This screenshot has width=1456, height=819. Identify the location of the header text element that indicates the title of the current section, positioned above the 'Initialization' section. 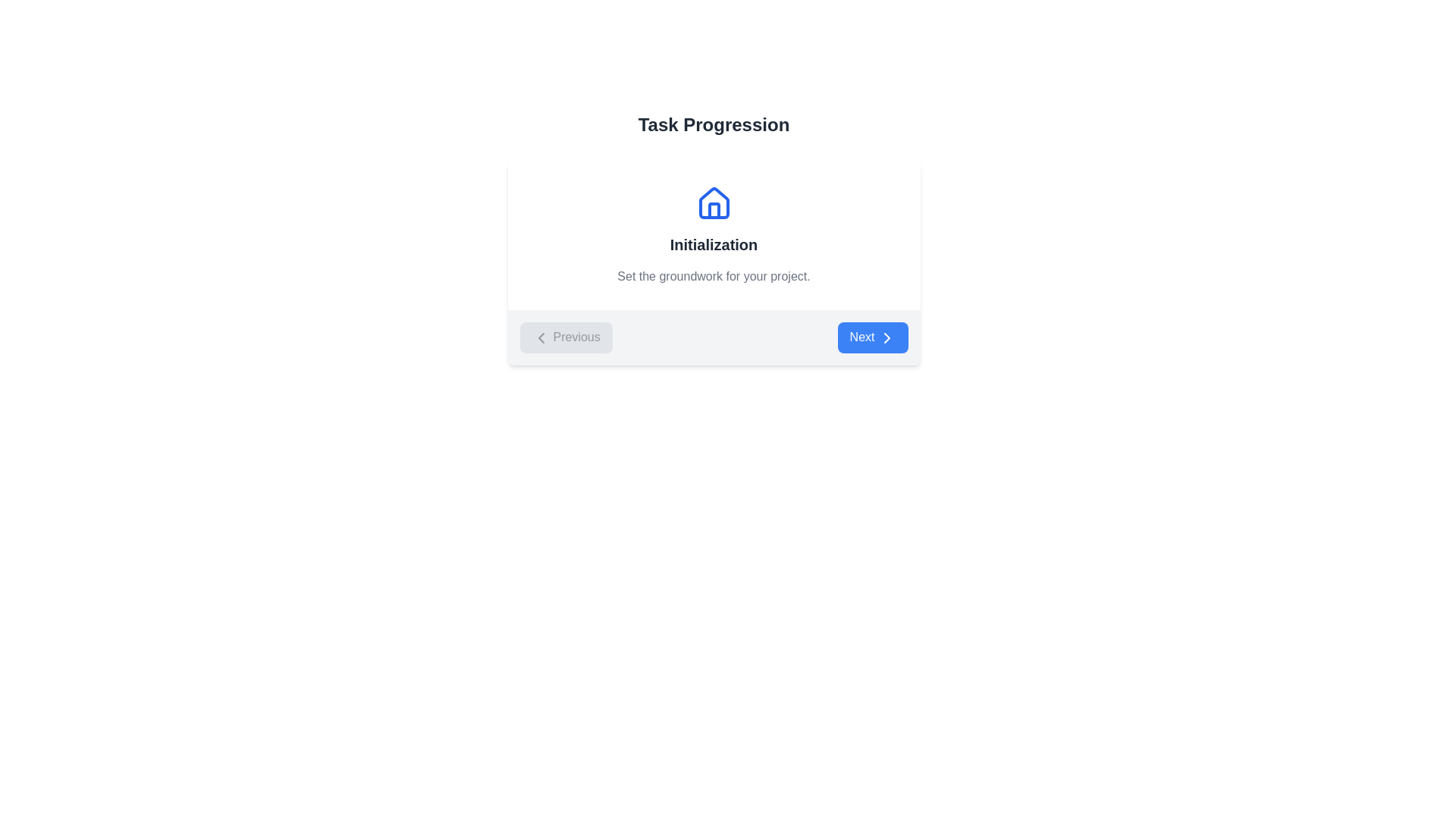
(713, 124).